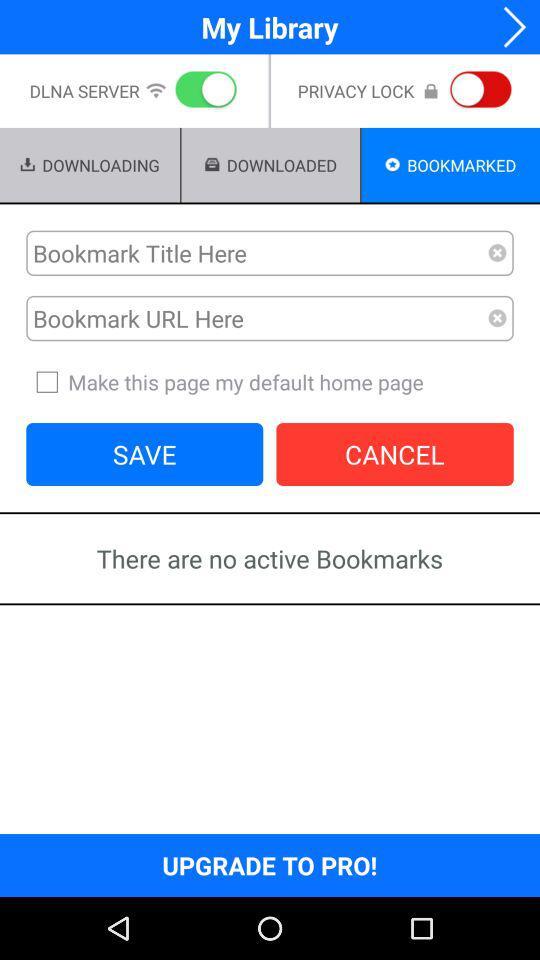  Describe the element at coordinates (507, 26) in the screenshot. I see `the arrow mark beside my library text` at that location.